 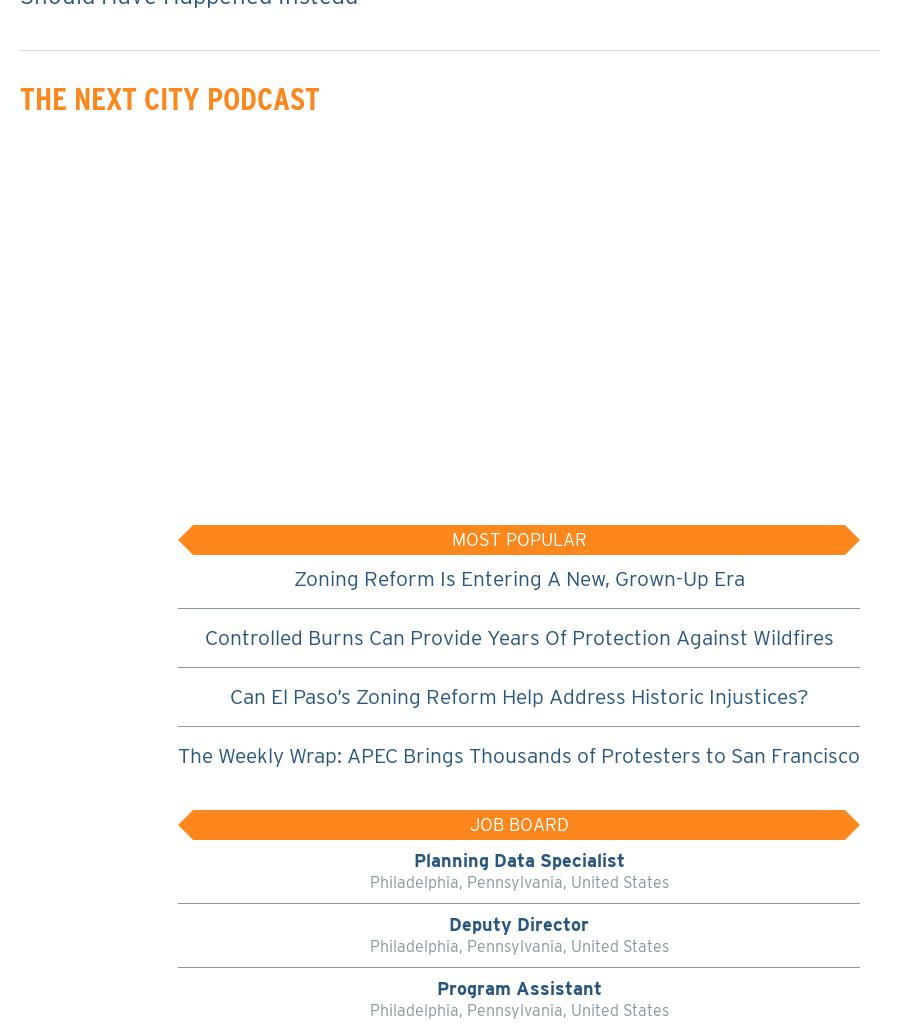 I want to click on 'Planning Data Specialist', so click(x=517, y=859).